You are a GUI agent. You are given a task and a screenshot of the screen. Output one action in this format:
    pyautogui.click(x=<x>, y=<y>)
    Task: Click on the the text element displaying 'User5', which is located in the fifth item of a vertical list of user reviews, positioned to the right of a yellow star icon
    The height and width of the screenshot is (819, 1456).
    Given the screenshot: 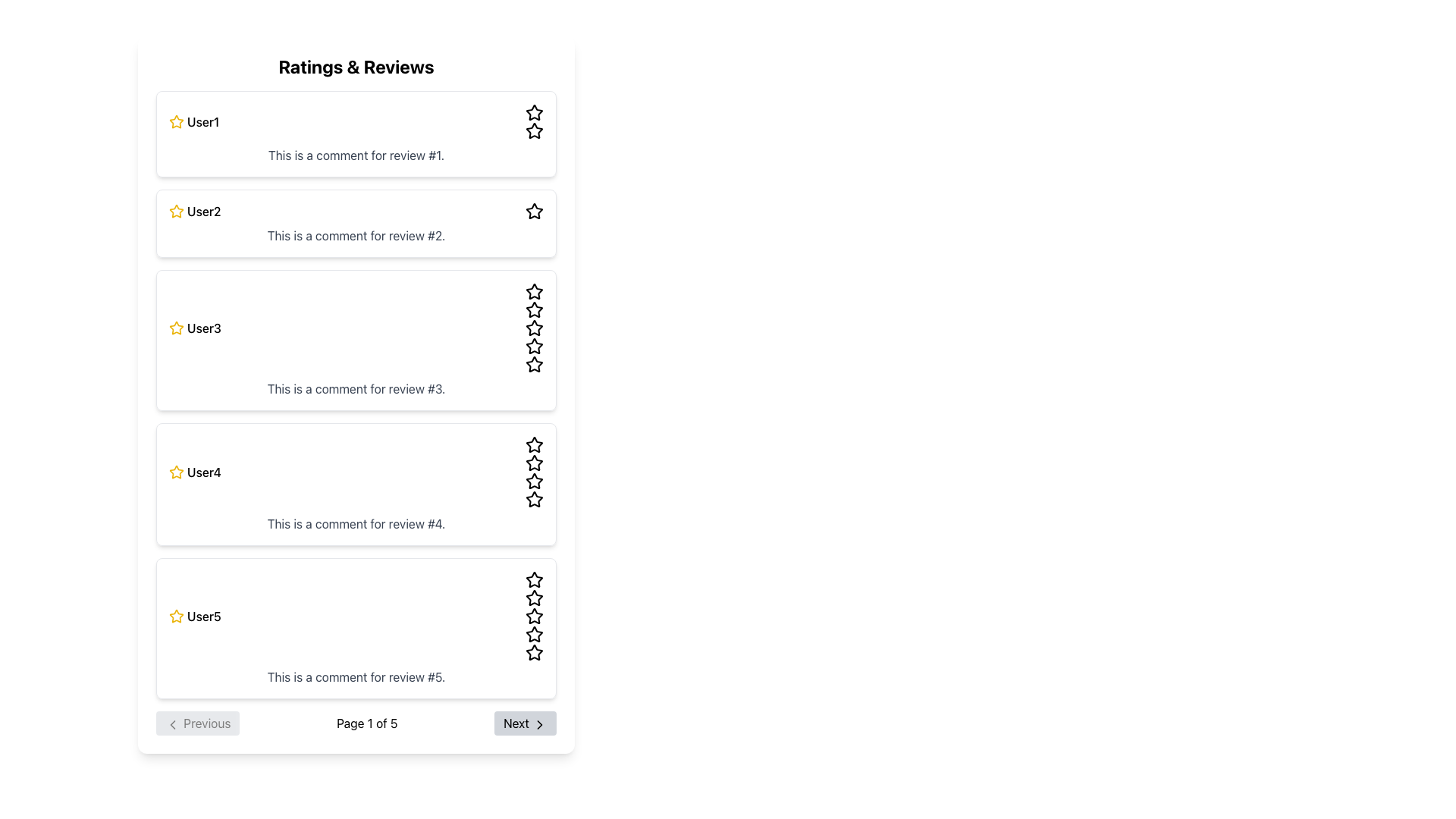 What is the action you would take?
    pyautogui.click(x=203, y=617)
    